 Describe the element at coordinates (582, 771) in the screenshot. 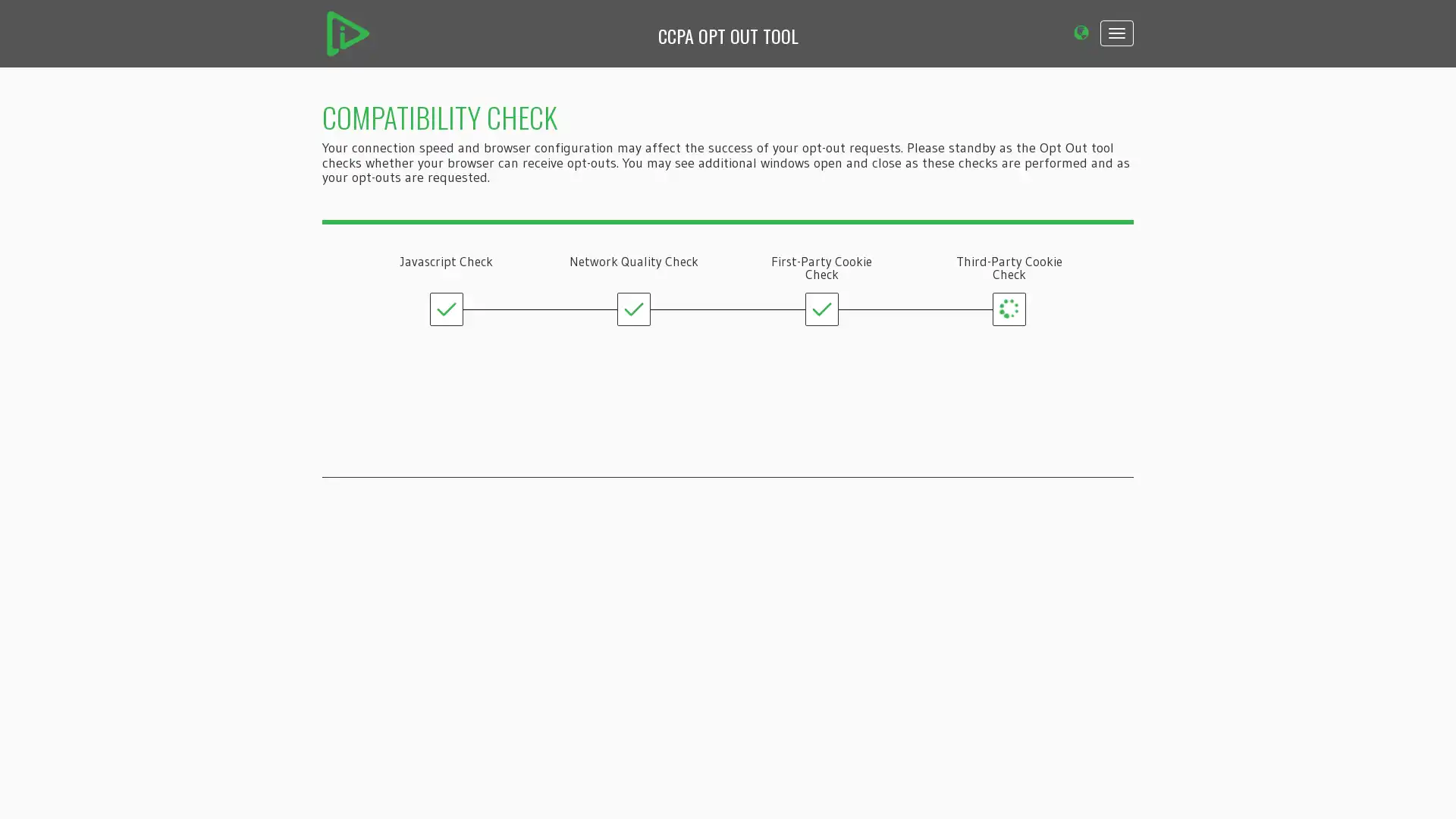

I see `UNDERSTAND YOUR REQUESTS` at that location.